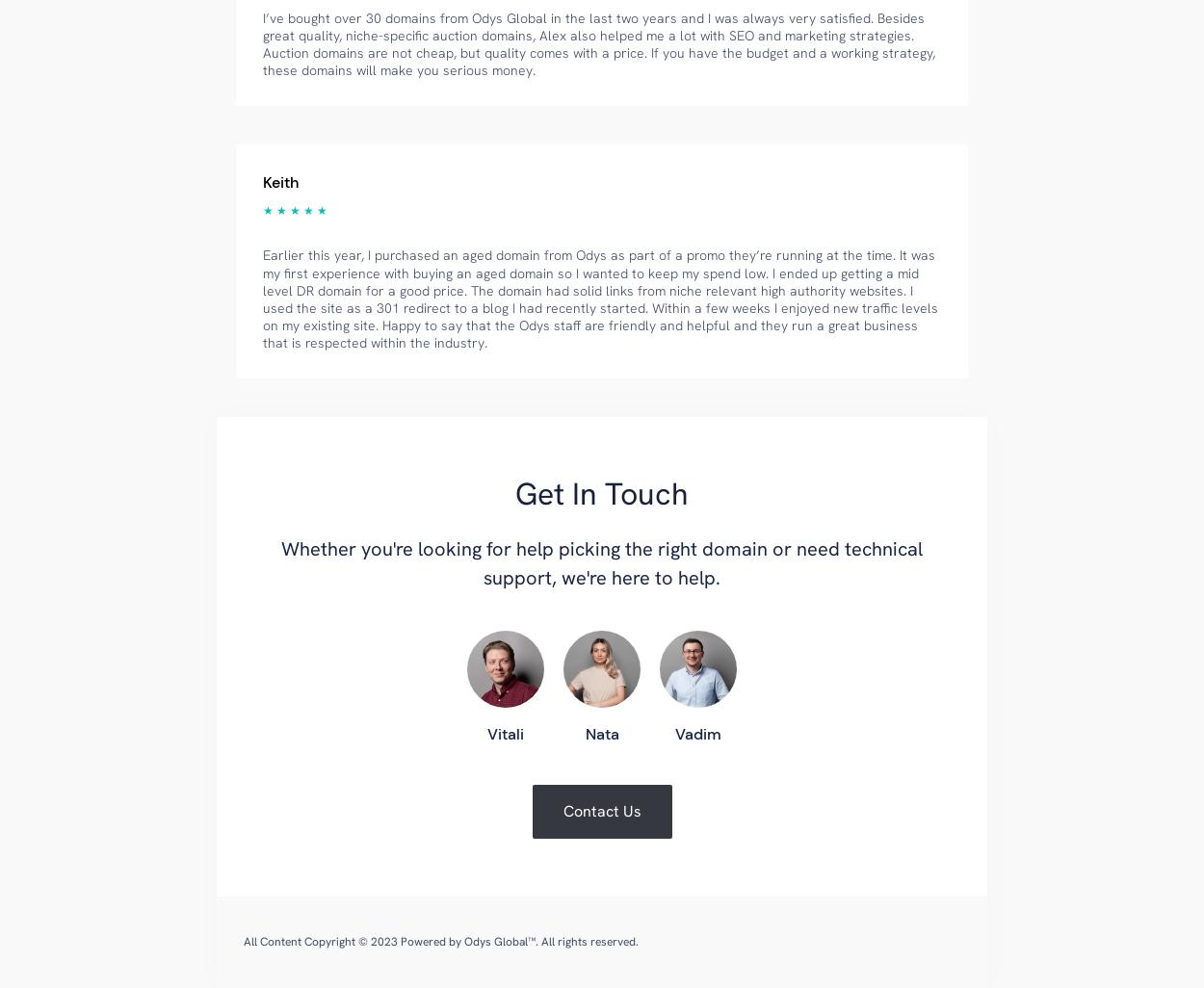 This screenshot has height=988, width=1204. Describe the element at coordinates (487, 734) in the screenshot. I see `'Vitali'` at that location.